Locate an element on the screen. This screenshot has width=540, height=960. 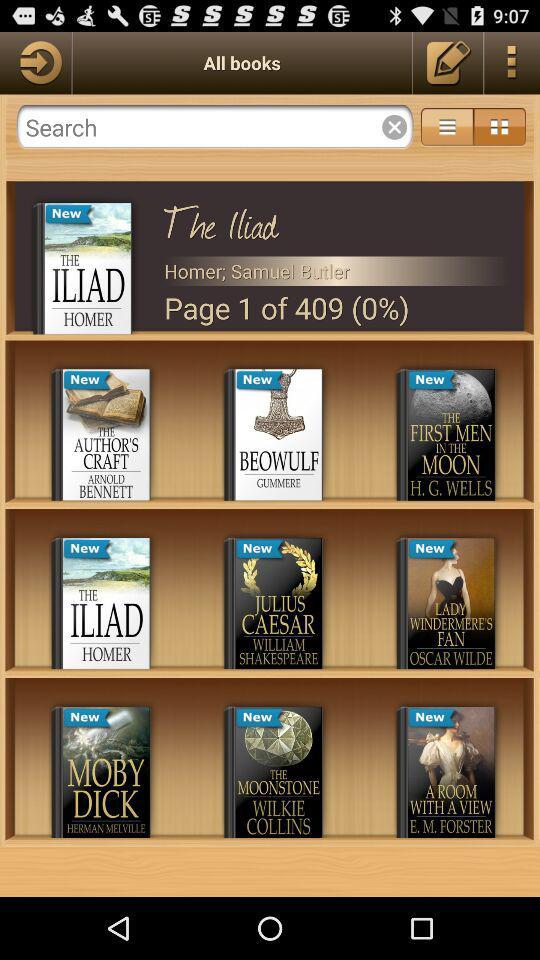
the icon above the iliad is located at coordinates (498, 126).